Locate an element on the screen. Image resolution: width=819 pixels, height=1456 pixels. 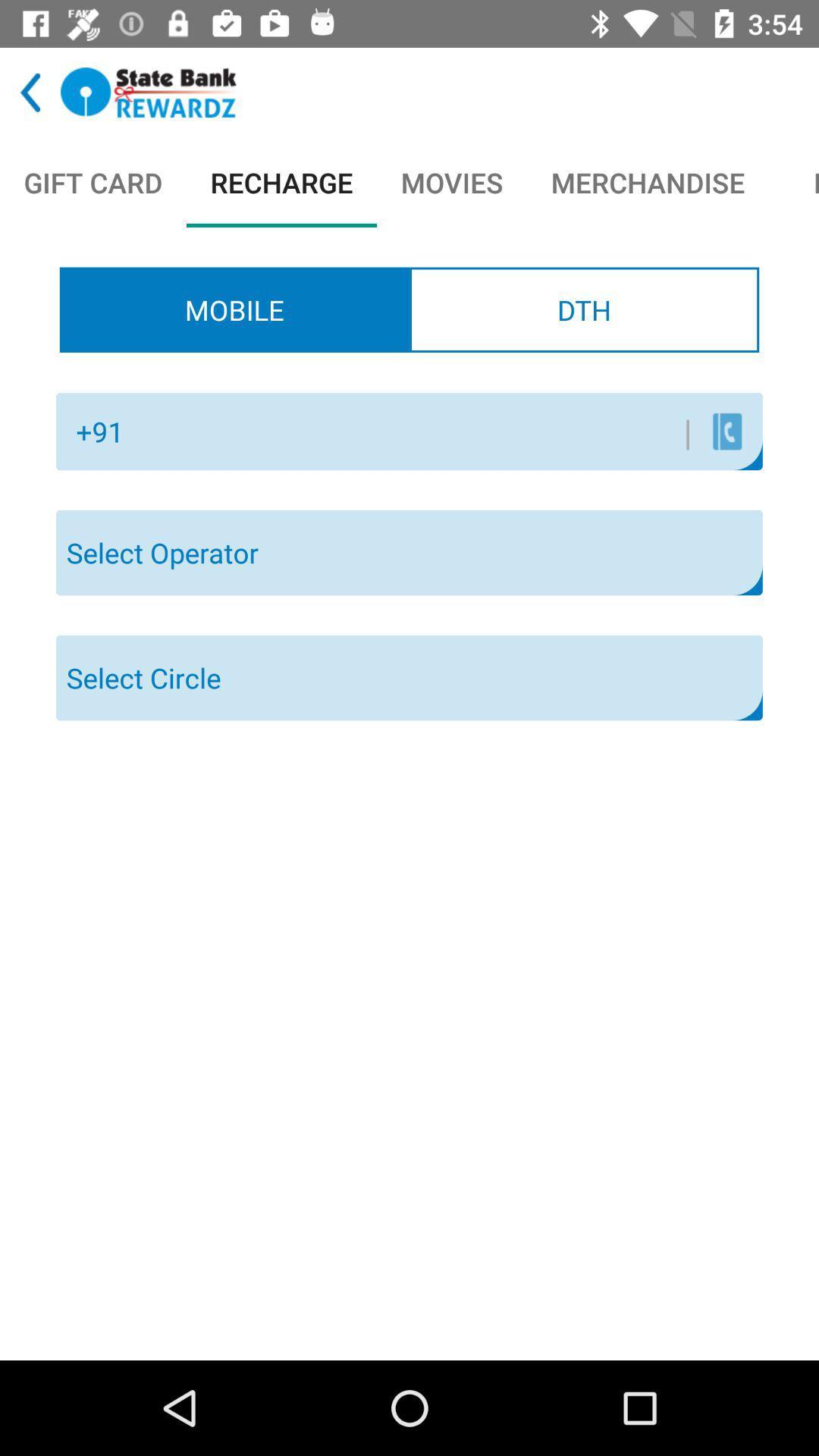
the radio button to the left of the dth item is located at coordinates (234, 309).